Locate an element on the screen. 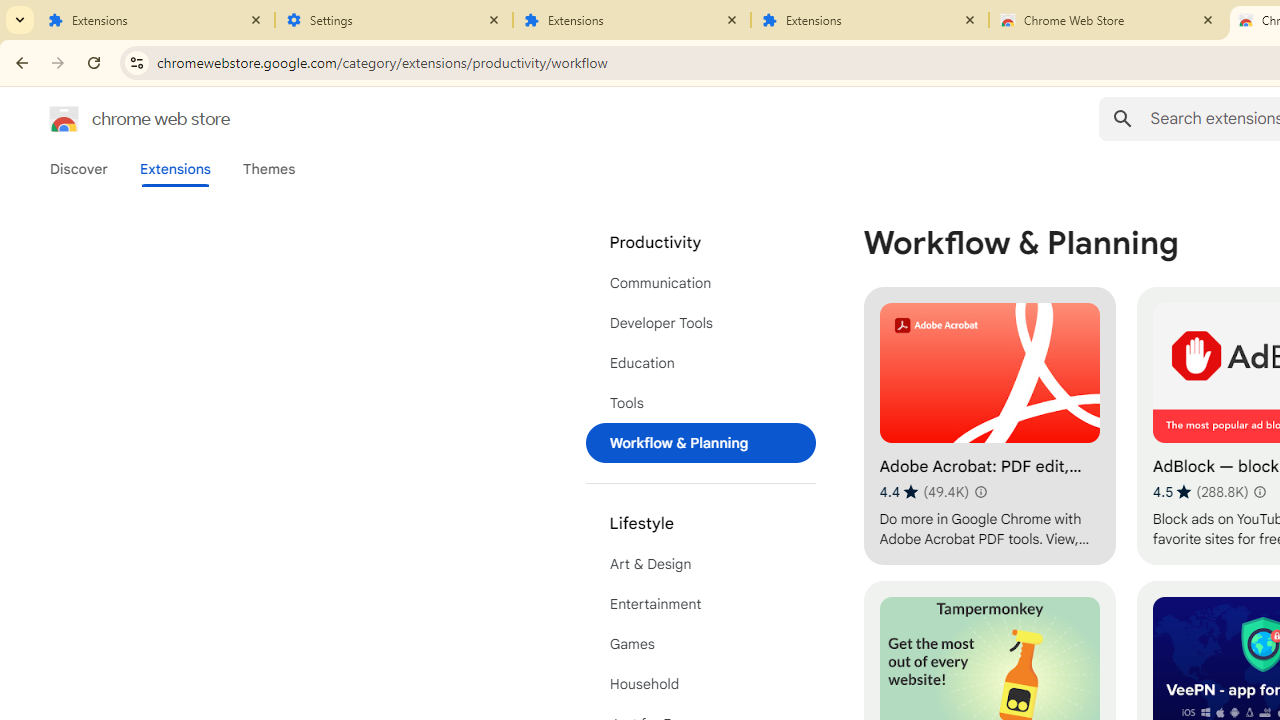 Image resolution: width=1280 pixels, height=720 pixels. 'Workflow & Planning (selected)' is located at coordinates (700, 442).